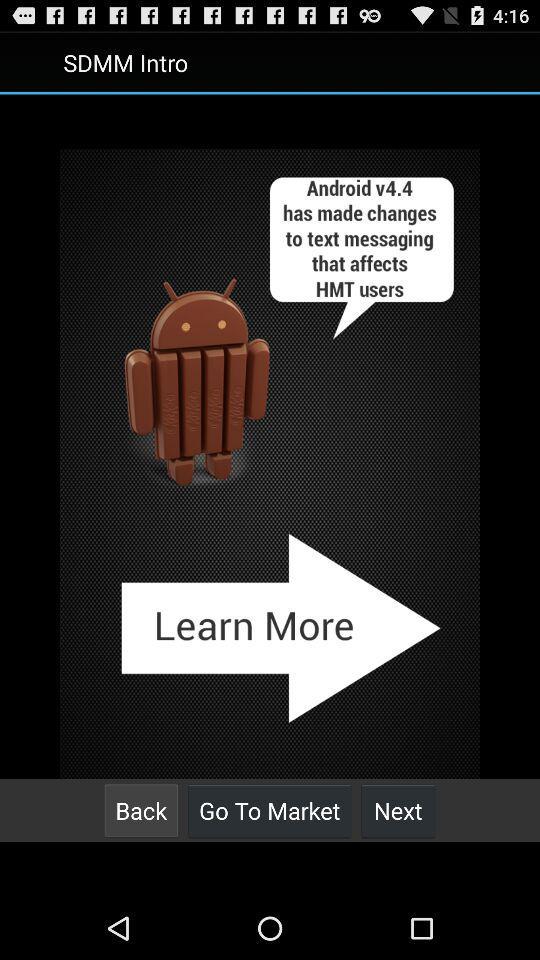 The height and width of the screenshot is (960, 540). I want to click on item to the right of back item, so click(269, 810).